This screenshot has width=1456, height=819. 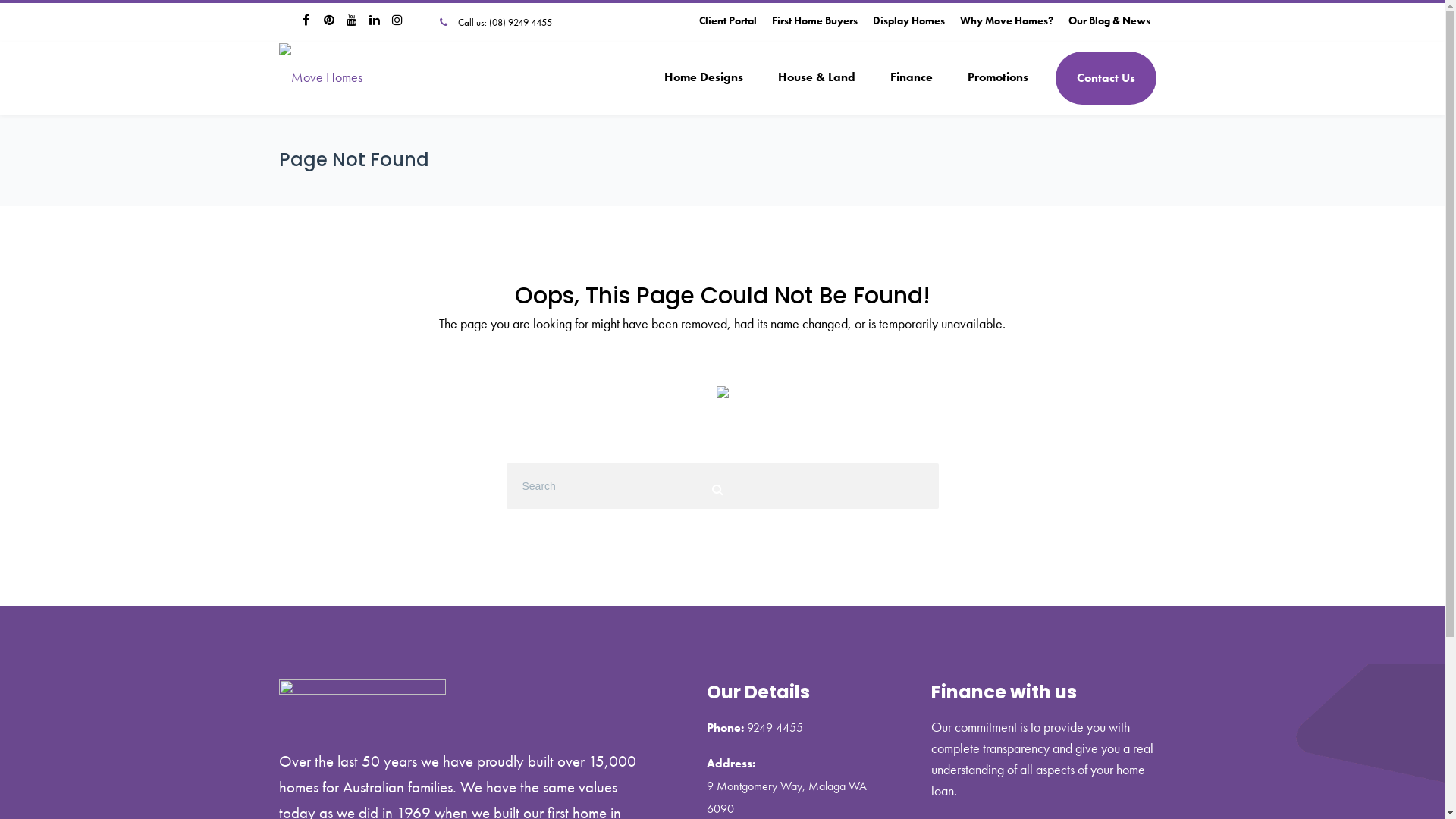 I want to click on 'Display Homes', so click(x=872, y=20).